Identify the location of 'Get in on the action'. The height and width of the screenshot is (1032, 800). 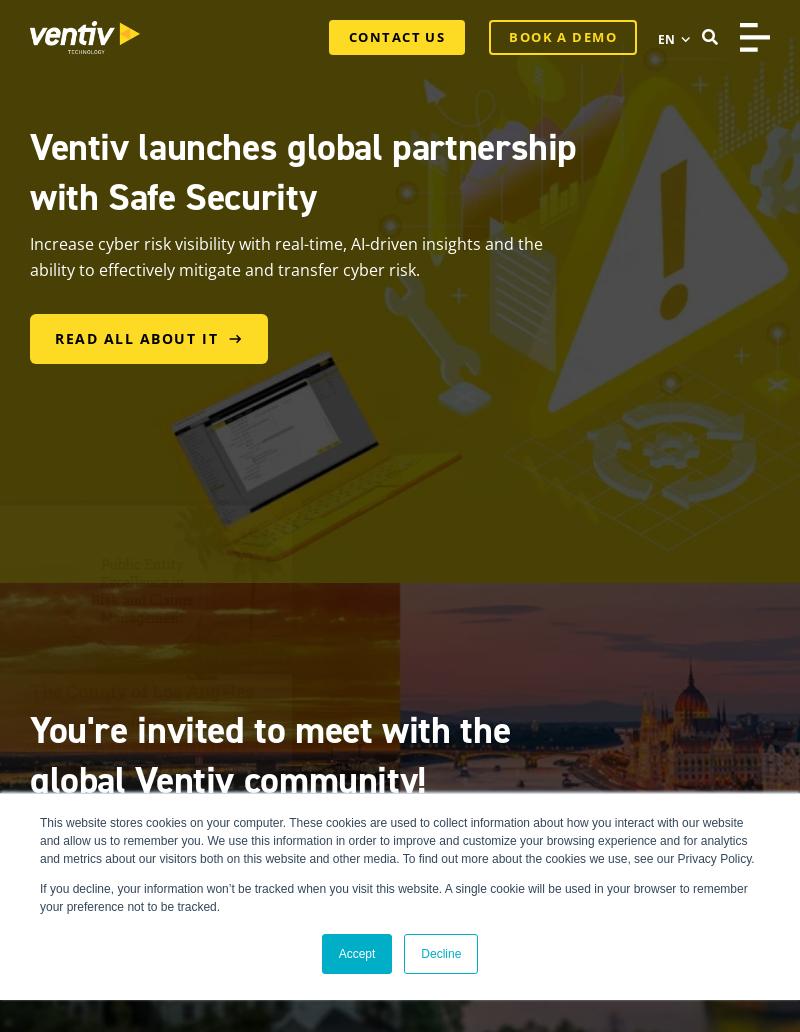
(150, 946).